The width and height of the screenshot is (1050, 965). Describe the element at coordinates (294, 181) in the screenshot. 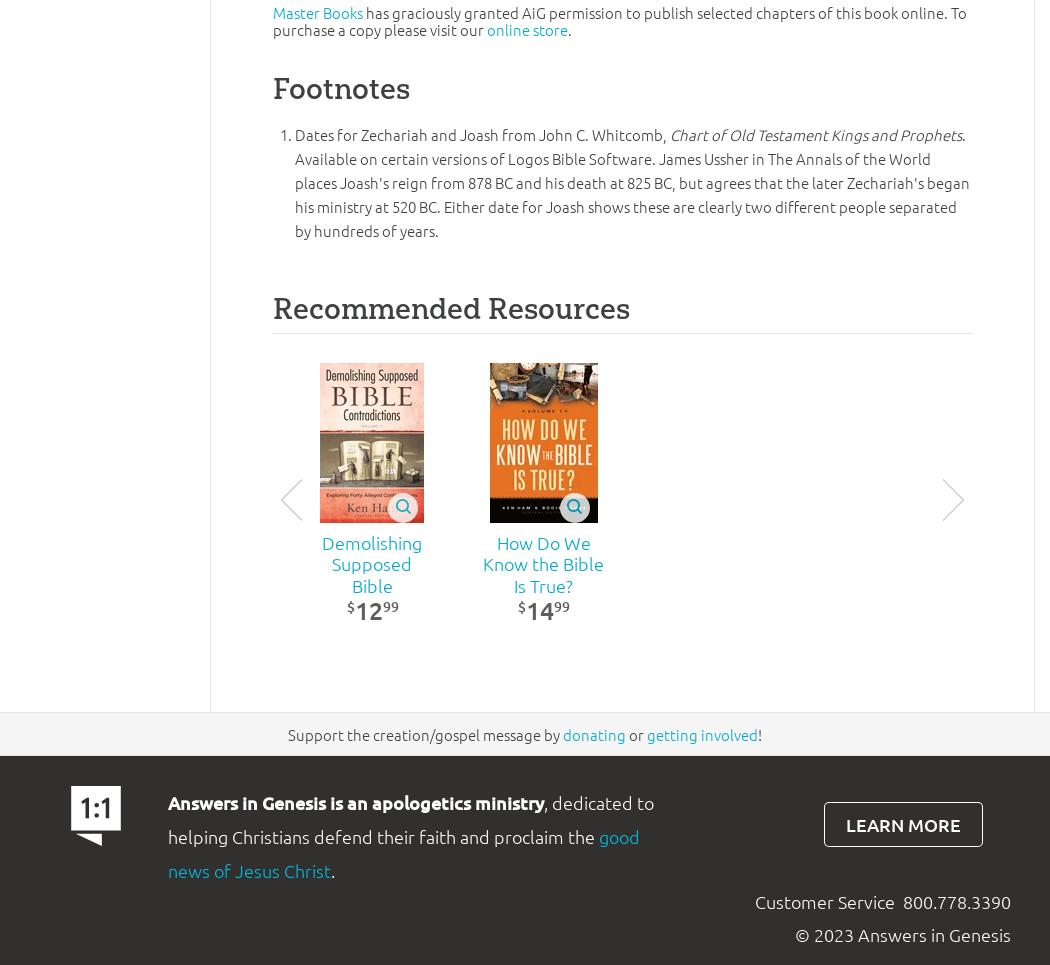

I see `'. Available on certain versions of Logos Bible Software. James Ussher in The Annals of the World places Joash's reign from 878 BC and his death at 825 BC, but agrees that the later Zechariah's began his ministry at 520 BC. Either date for Joash shows these are clearly two different people separated by hundreds of years.'` at that location.